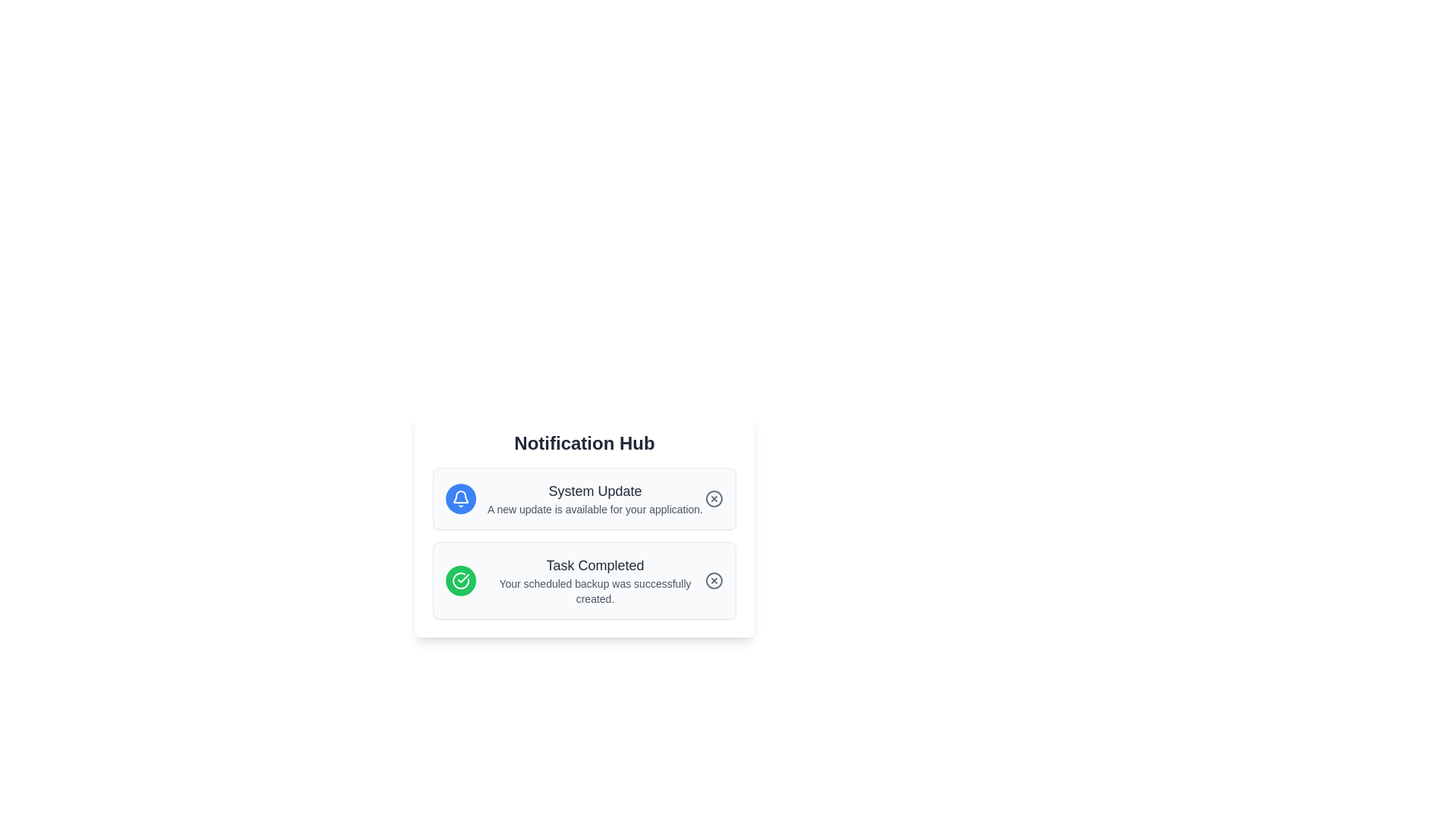 The image size is (1456, 819). What do you see at coordinates (595, 509) in the screenshot?
I see `the informational text display about the system update located below the 'System Update' title in the notification card` at bounding box center [595, 509].